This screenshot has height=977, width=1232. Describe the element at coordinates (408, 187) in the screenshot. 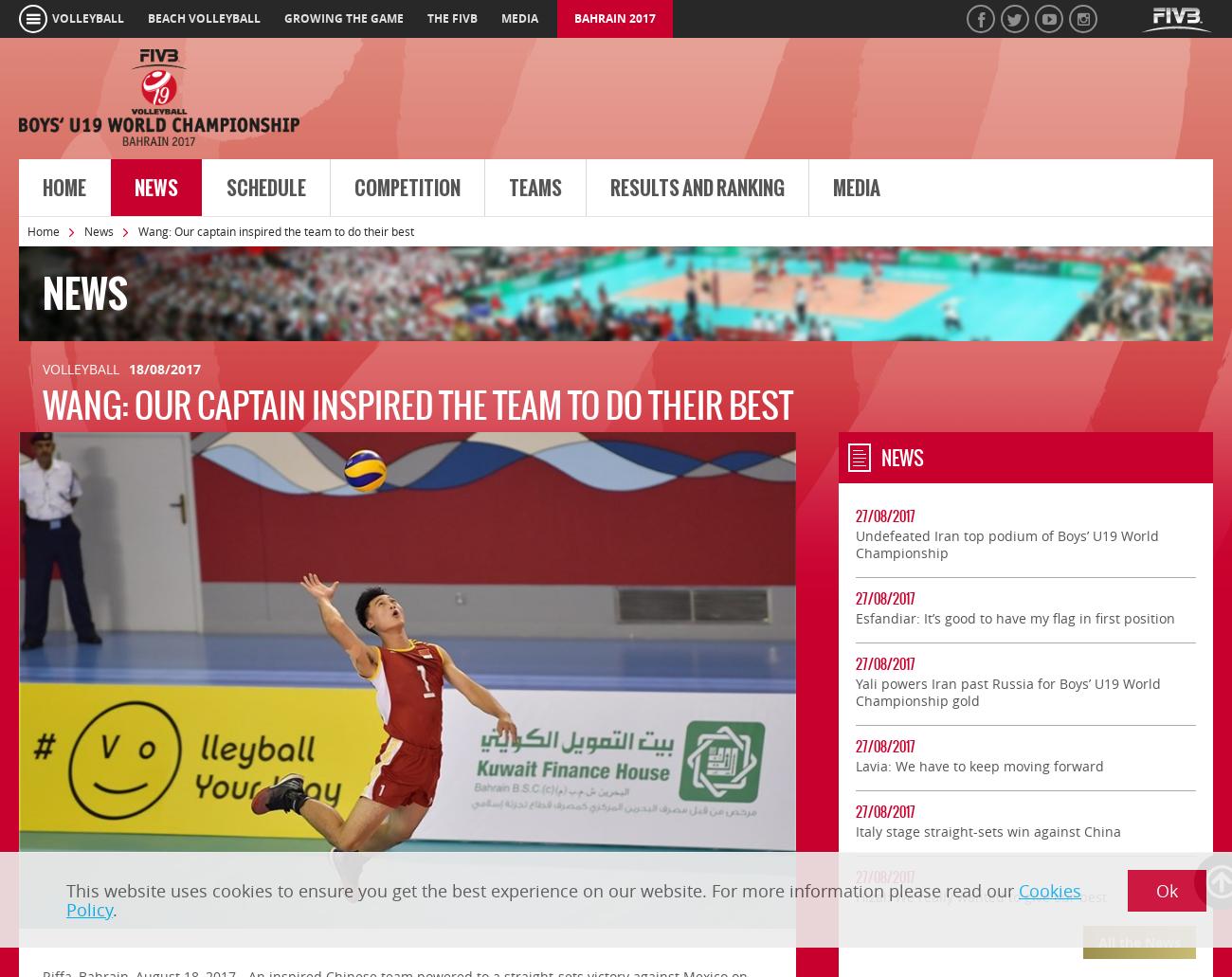

I see `'Competition'` at that location.